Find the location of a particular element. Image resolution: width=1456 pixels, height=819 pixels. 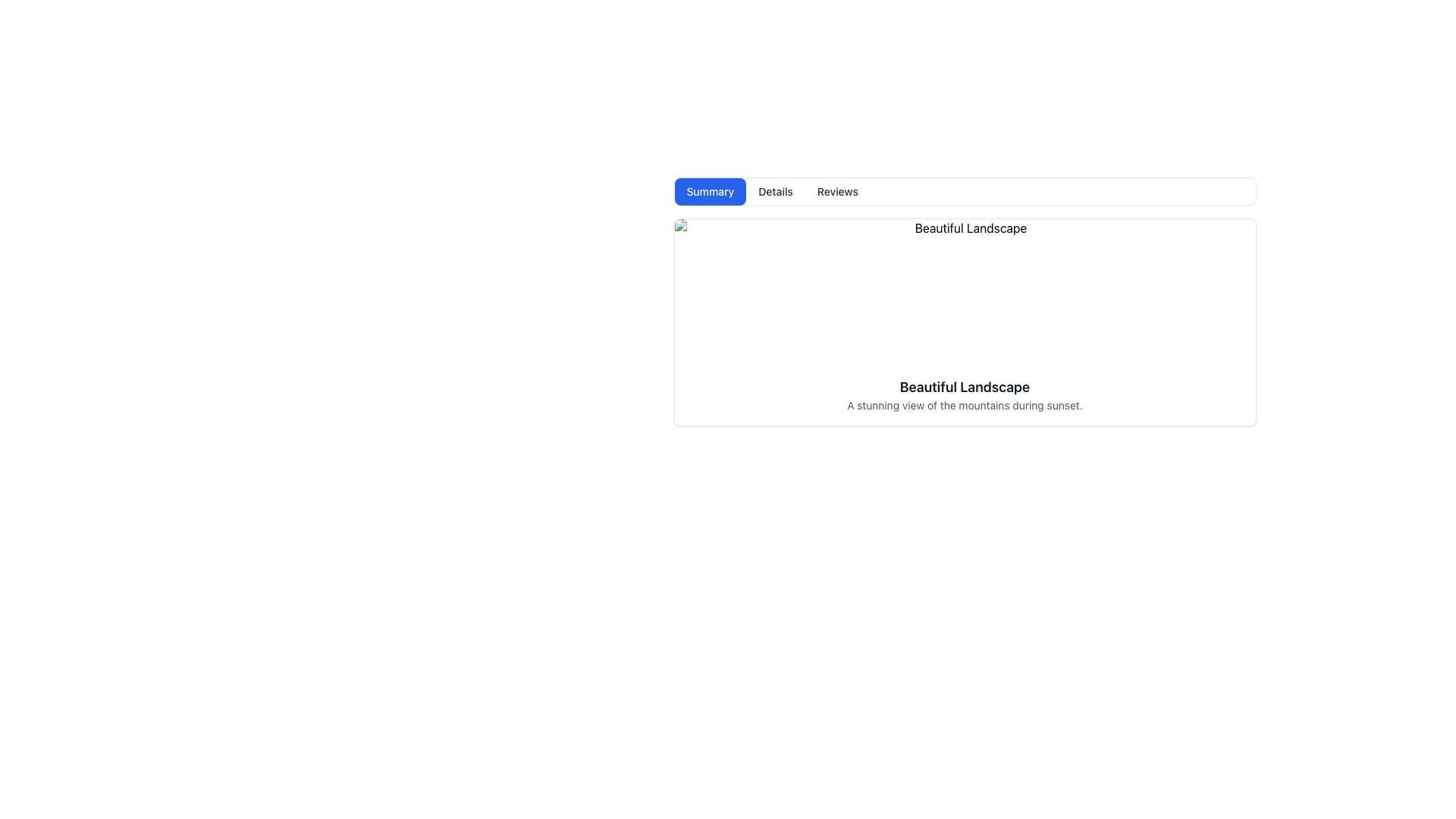

the text label that reads 'A stunning view of the mountains during sunset.' which is styled in a small gray font and located under the main title 'Beautiful Landscape' is located at coordinates (964, 405).